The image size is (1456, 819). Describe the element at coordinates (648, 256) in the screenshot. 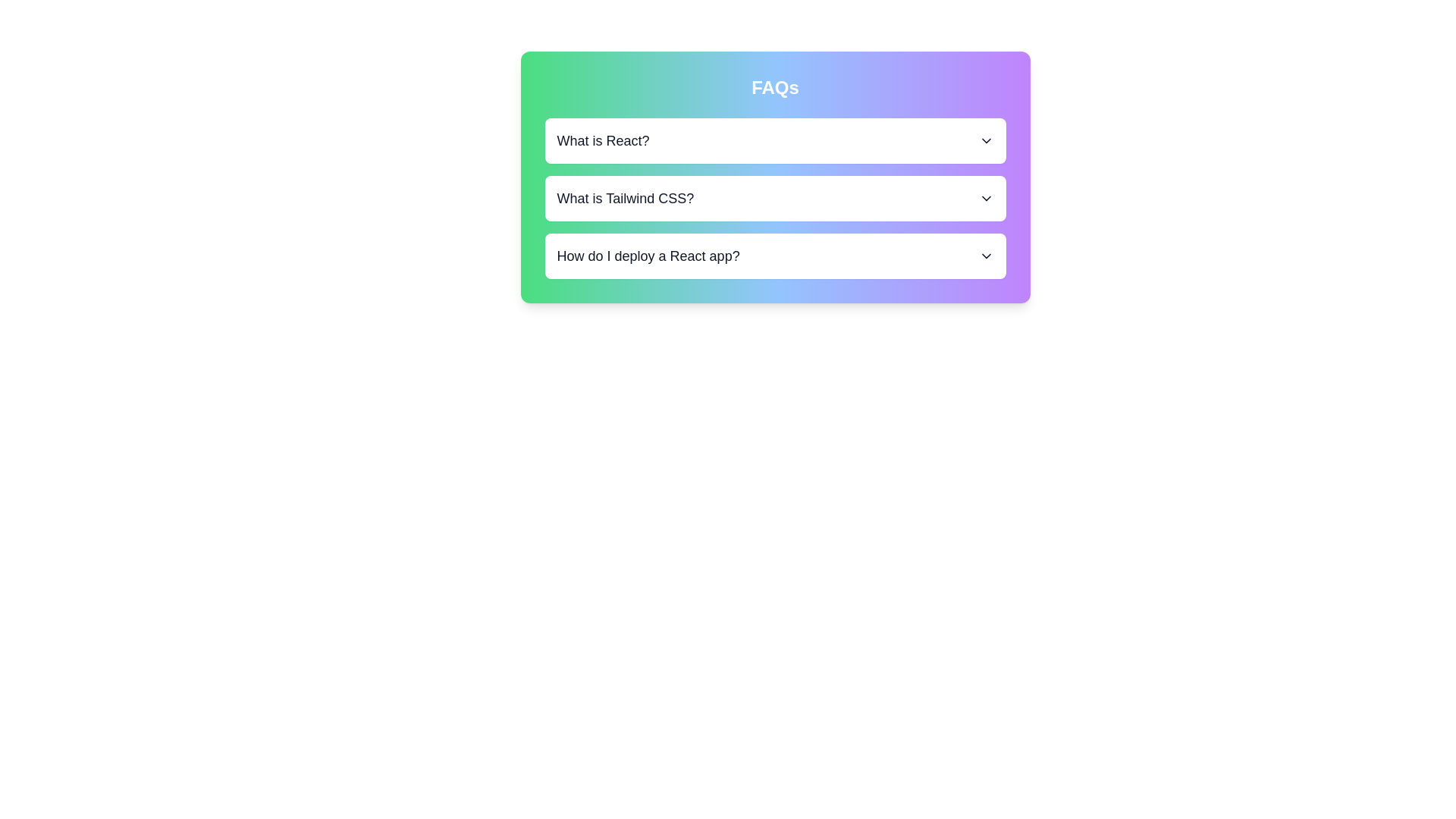

I see `the text element displaying the question 'How do I deploy a React app?', which is the third question in the FAQ section` at that location.